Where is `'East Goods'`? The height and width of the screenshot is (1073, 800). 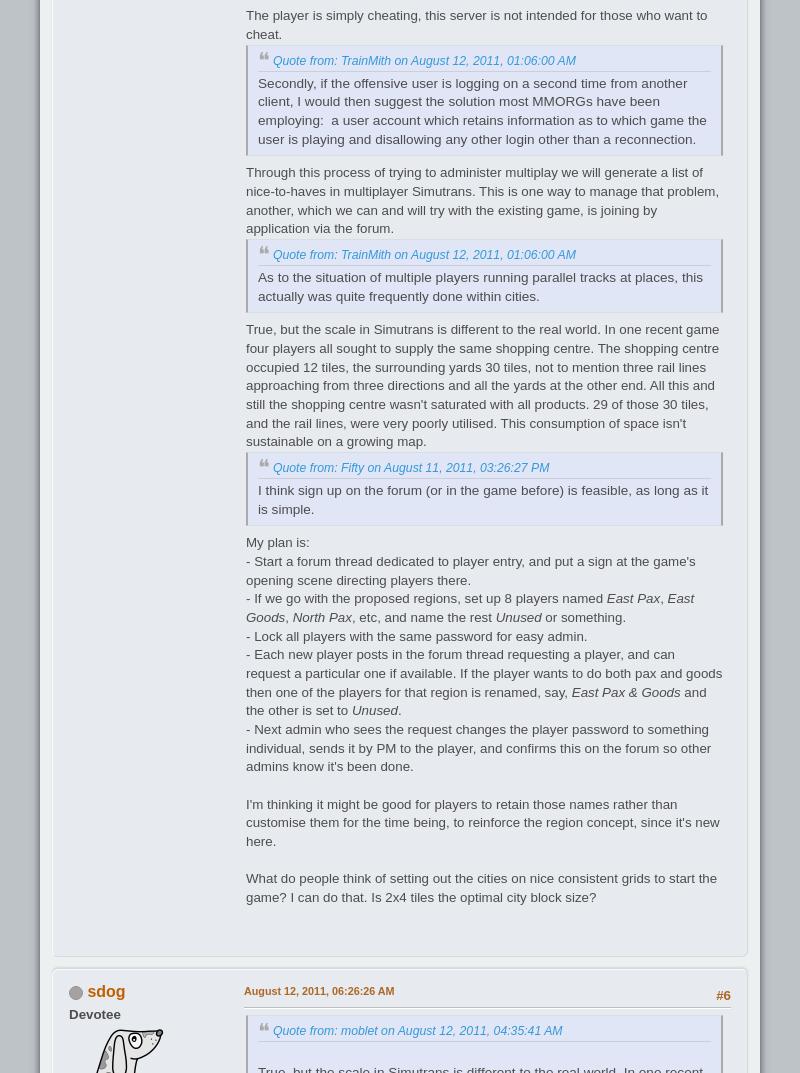 'East Goods' is located at coordinates (470, 606).